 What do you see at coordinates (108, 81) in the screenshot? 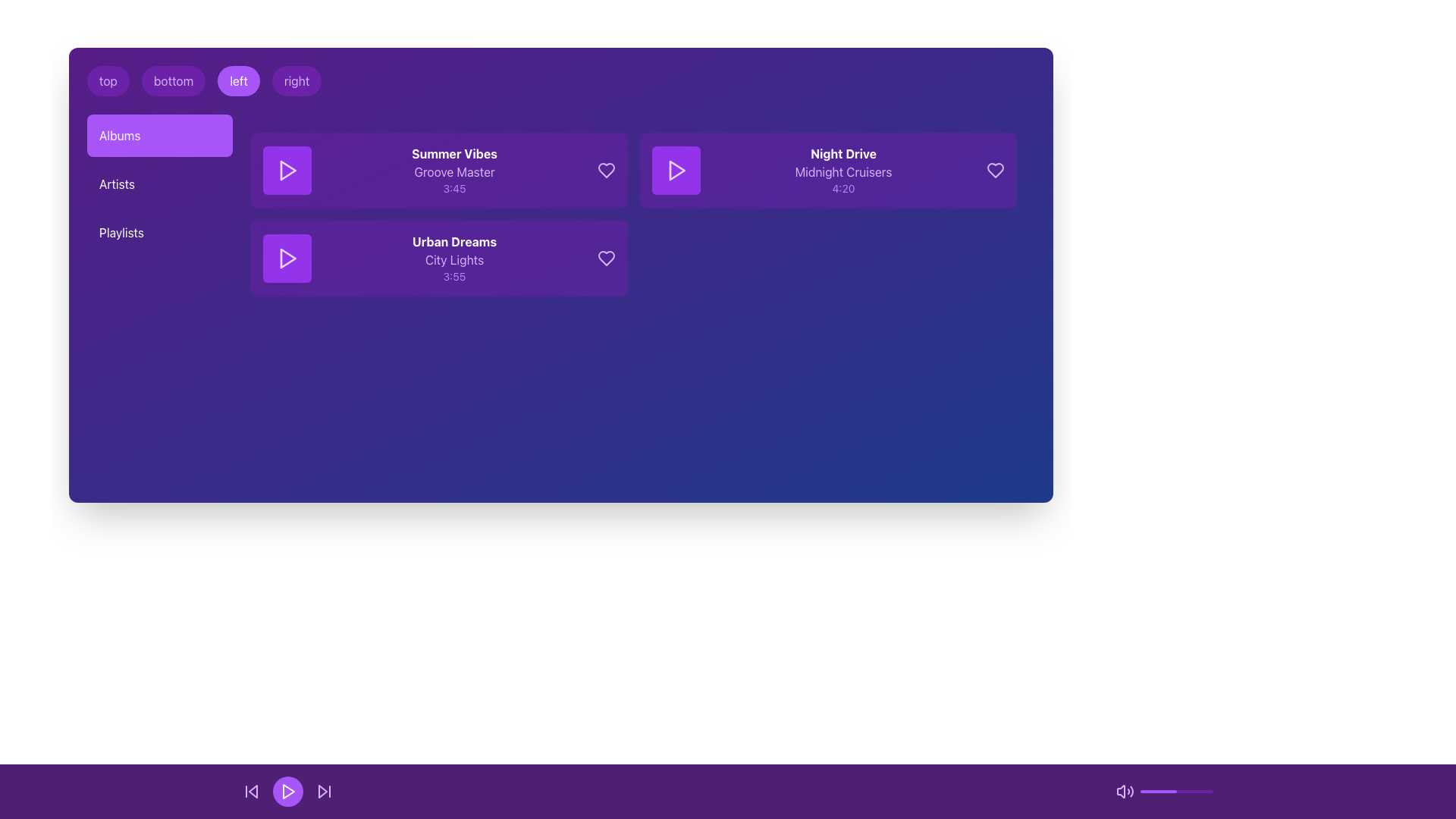
I see `the 'top' button located at the top-left corner of the purple section` at bounding box center [108, 81].